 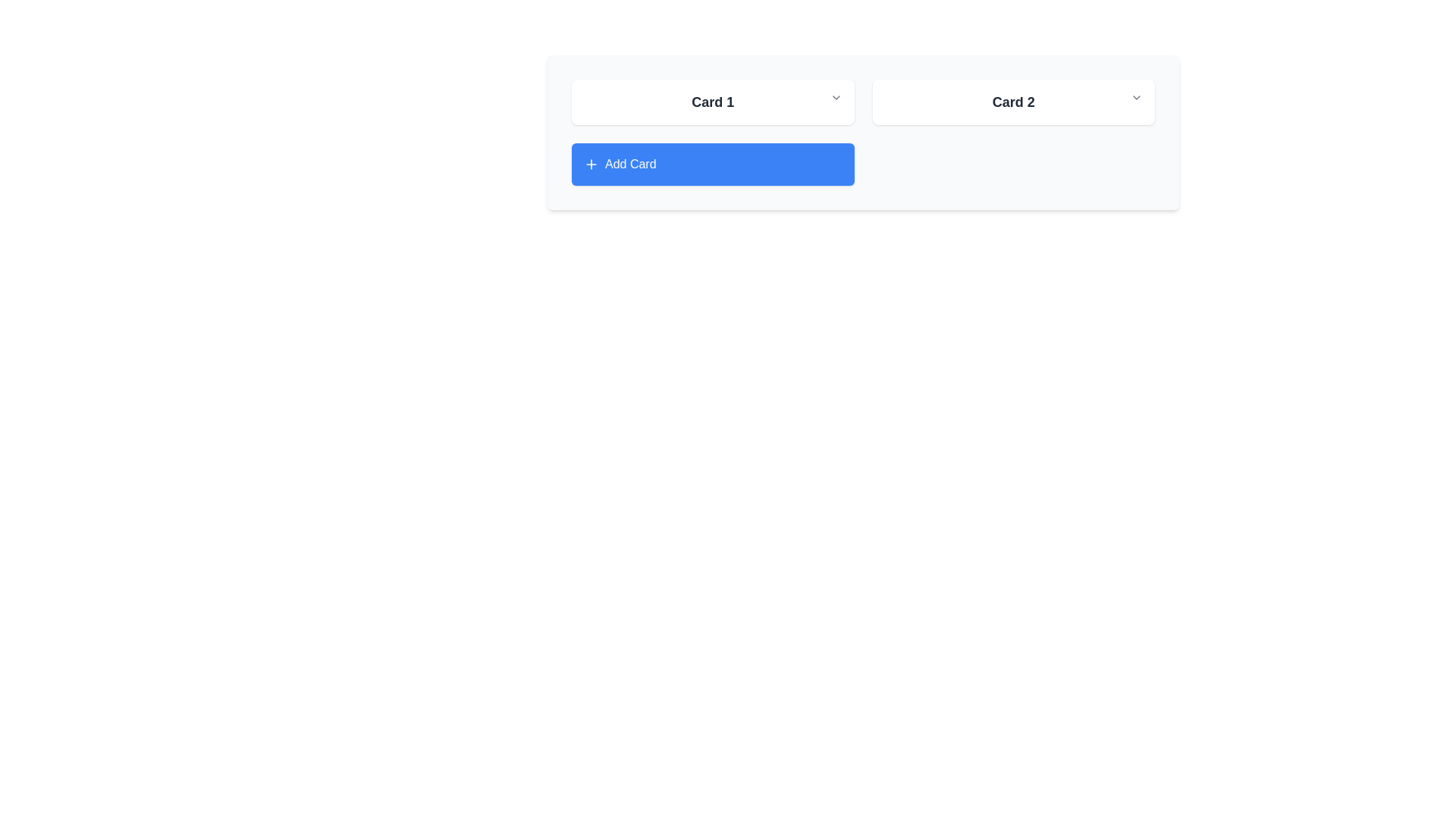 I want to click on the 'Add New Card' button located below 'Card 1' and 'Card 2' in the grid layout, so click(x=712, y=164).